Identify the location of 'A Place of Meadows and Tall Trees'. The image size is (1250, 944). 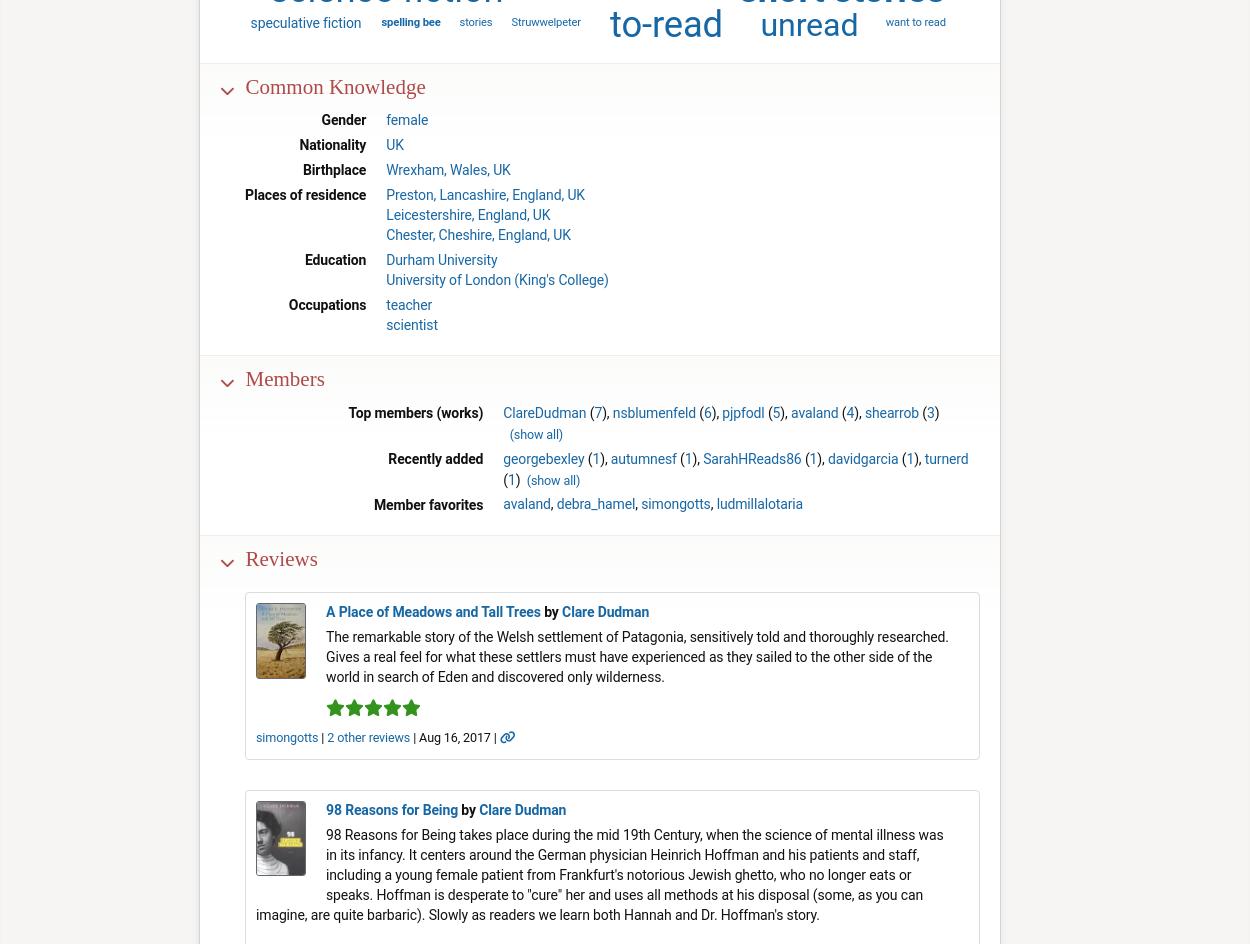
(433, 611).